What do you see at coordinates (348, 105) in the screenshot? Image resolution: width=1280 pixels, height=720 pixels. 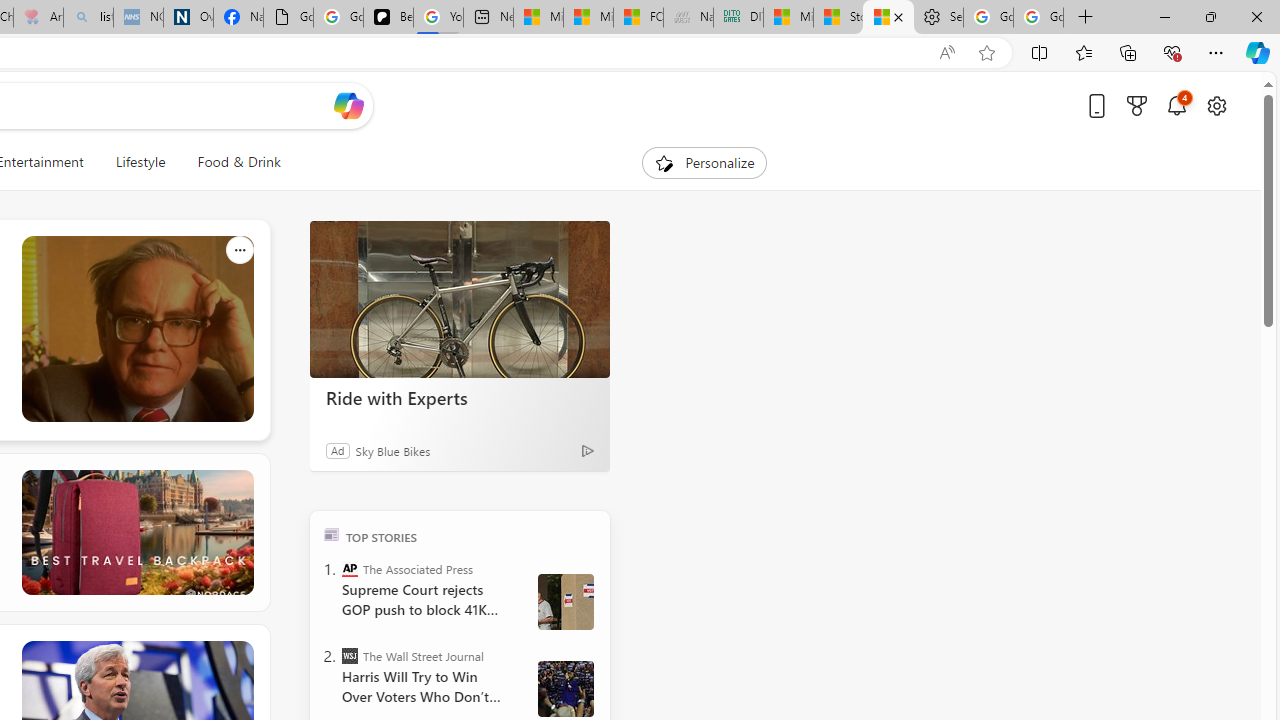 I see `'Open Copilot'` at bounding box center [348, 105].